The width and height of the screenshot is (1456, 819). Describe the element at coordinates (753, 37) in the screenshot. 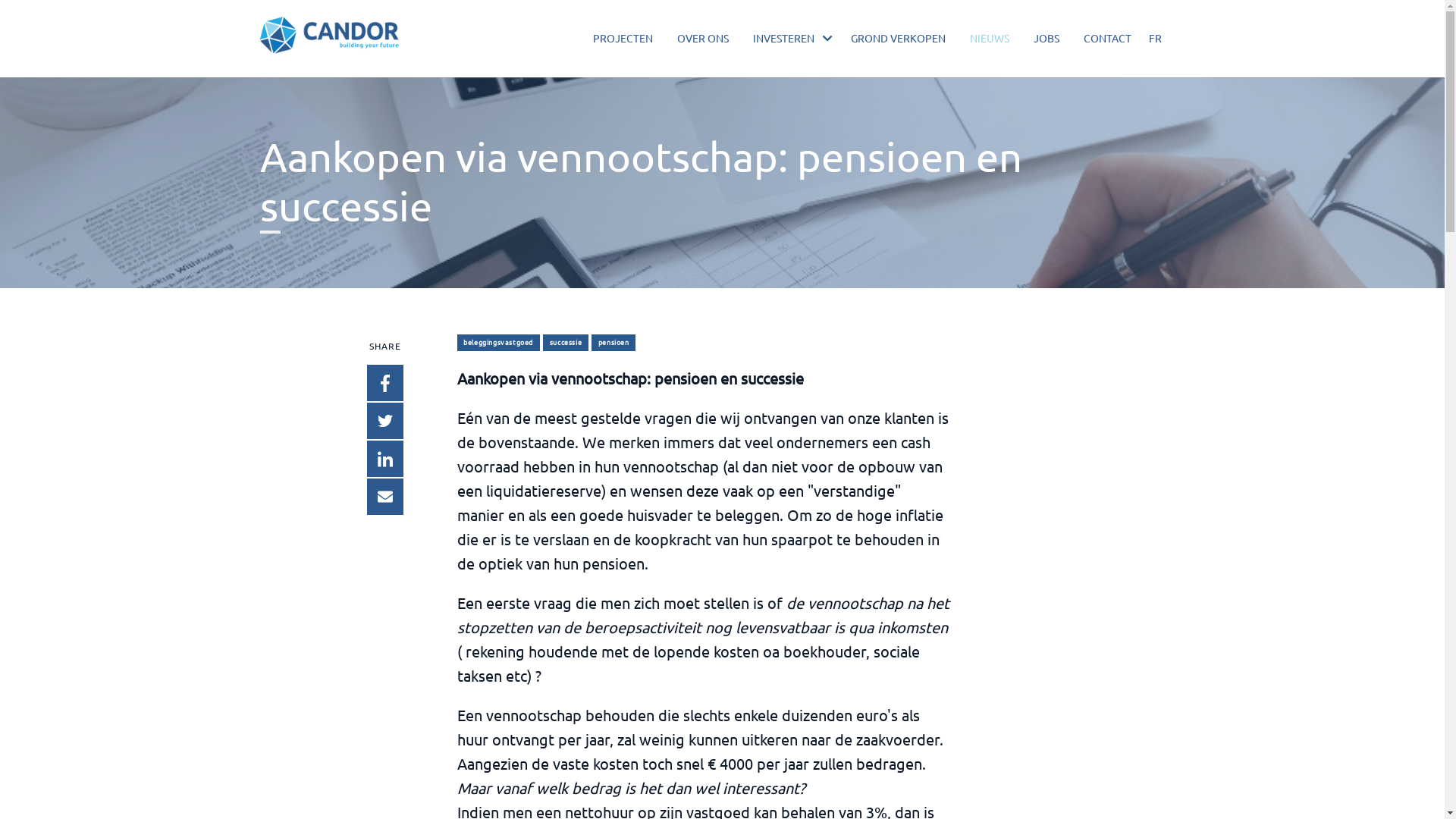

I see `'INVESTEREN'` at that location.